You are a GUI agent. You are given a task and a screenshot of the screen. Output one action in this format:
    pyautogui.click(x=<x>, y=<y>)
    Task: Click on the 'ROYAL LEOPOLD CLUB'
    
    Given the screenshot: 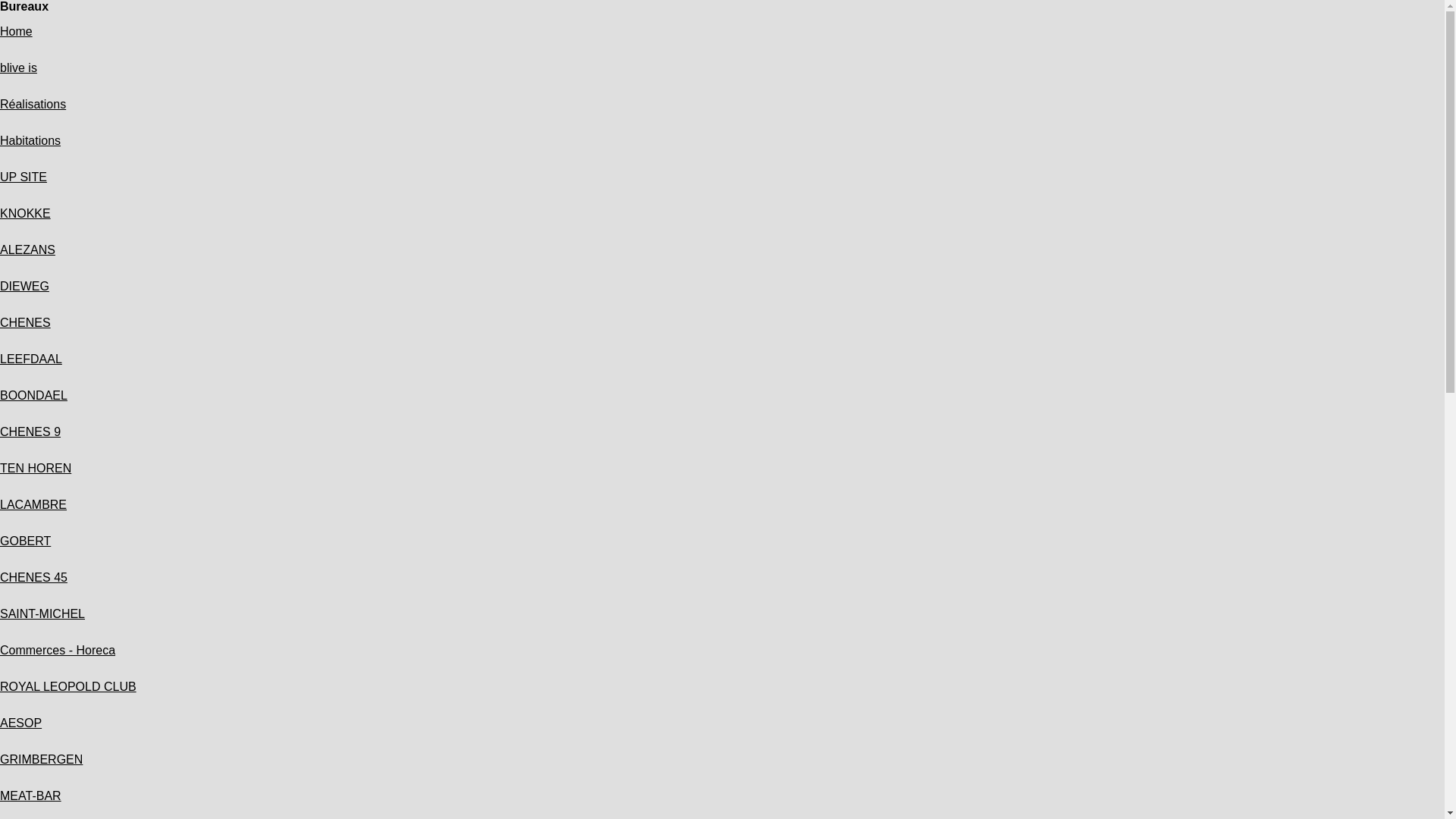 What is the action you would take?
    pyautogui.click(x=67, y=686)
    